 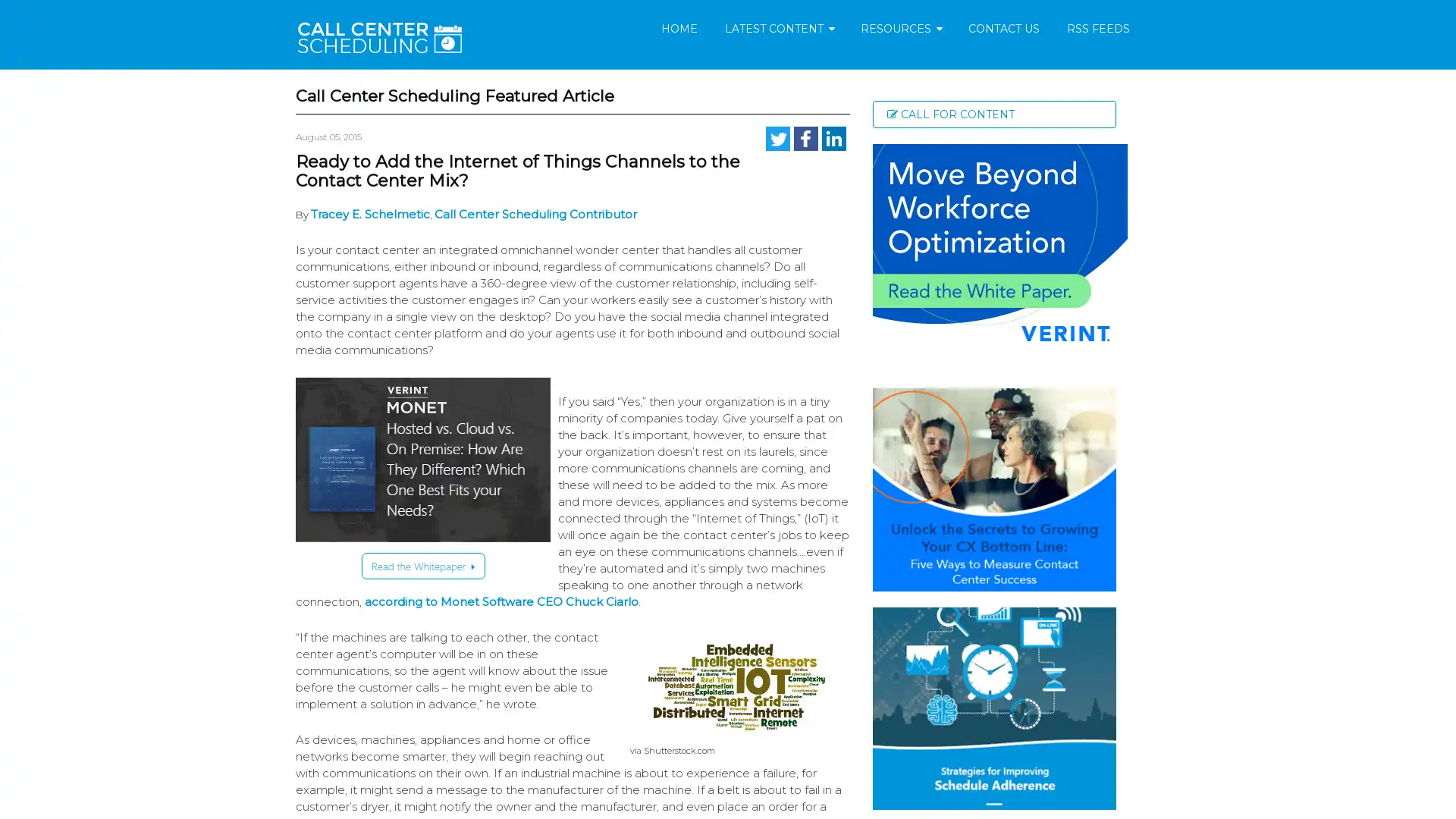 What do you see at coordinates (804, 138) in the screenshot?
I see `Share to Facebook` at bounding box center [804, 138].